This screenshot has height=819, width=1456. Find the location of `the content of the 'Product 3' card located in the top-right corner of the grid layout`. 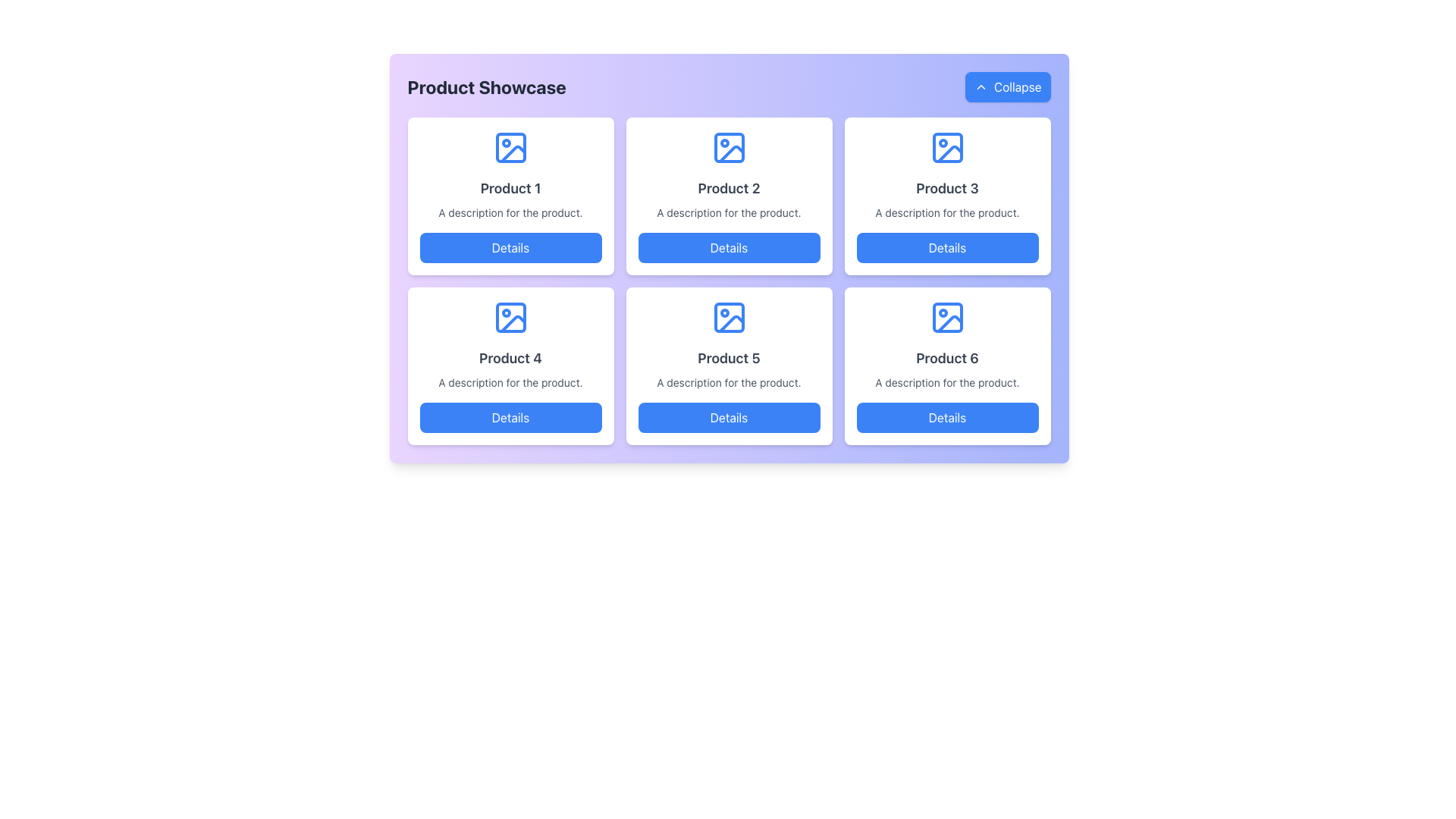

the content of the 'Product 3' card located in the top-right corner of the grid layout is located at coordinates (946, 195).